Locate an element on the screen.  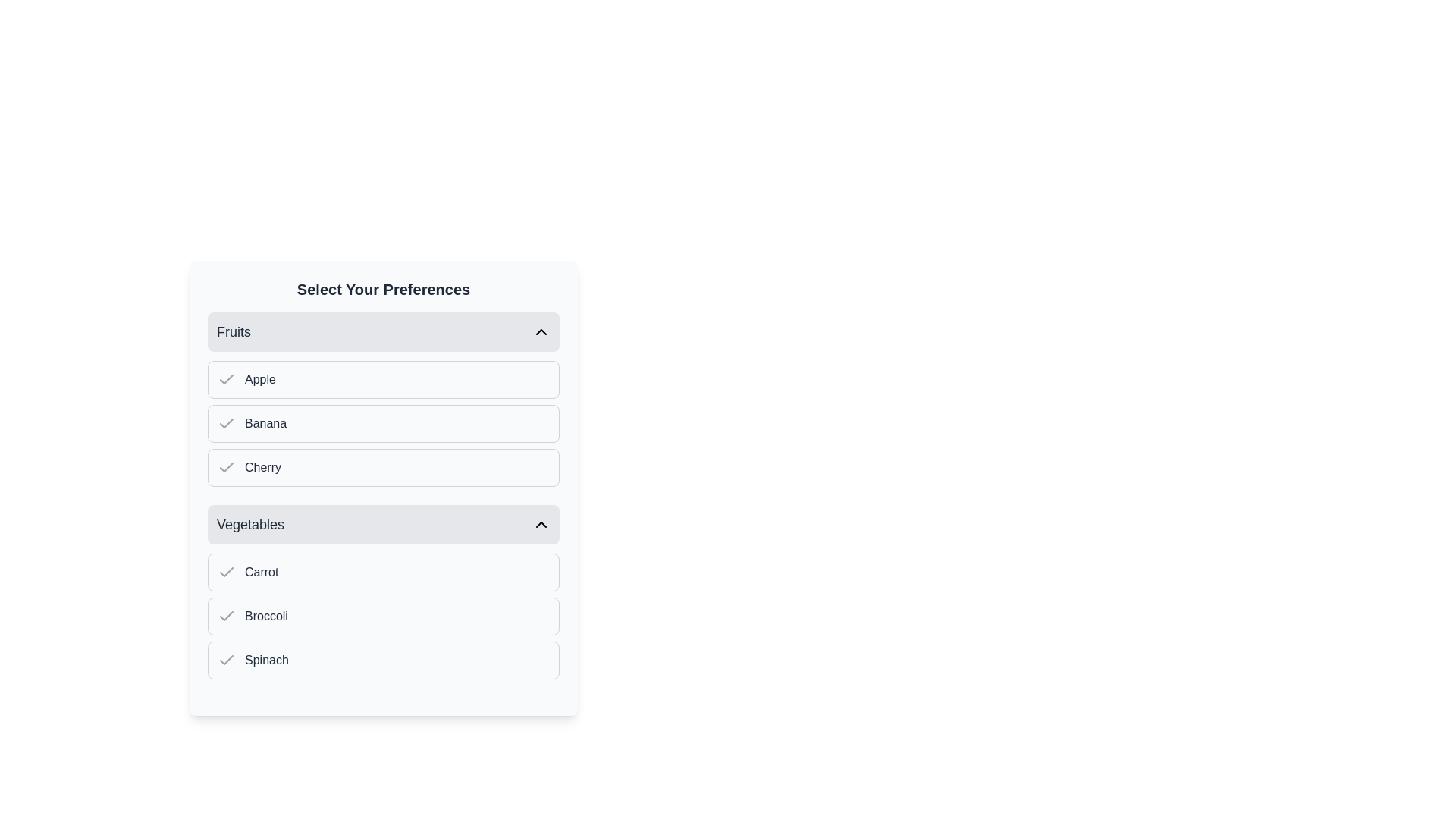
the SVG-based icon element located in the right corner of the header bar labeled 'Fruits' is located at coordinates (541, 331).